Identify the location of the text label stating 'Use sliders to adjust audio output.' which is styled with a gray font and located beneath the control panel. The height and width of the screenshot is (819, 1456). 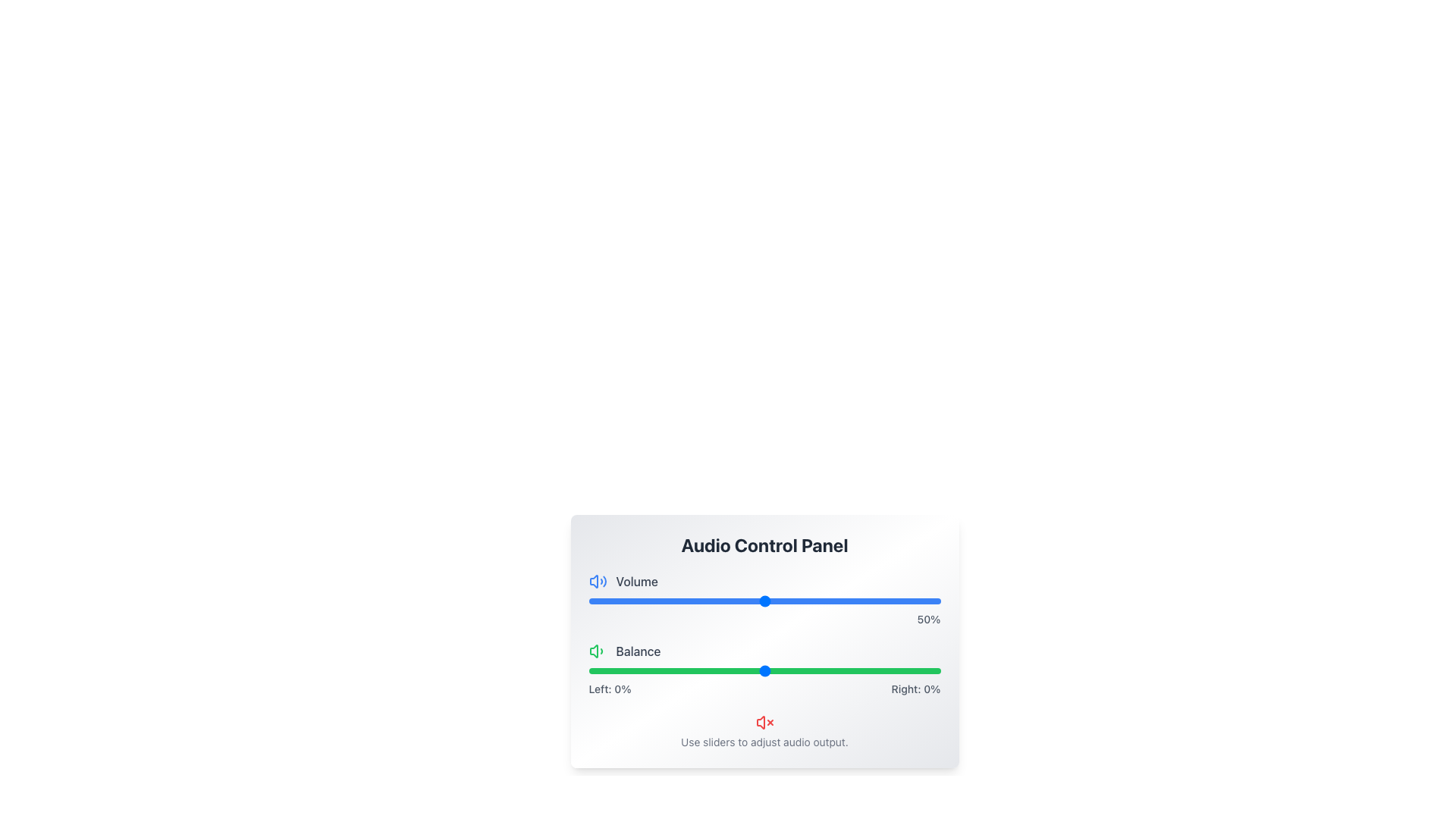
(764, 741).